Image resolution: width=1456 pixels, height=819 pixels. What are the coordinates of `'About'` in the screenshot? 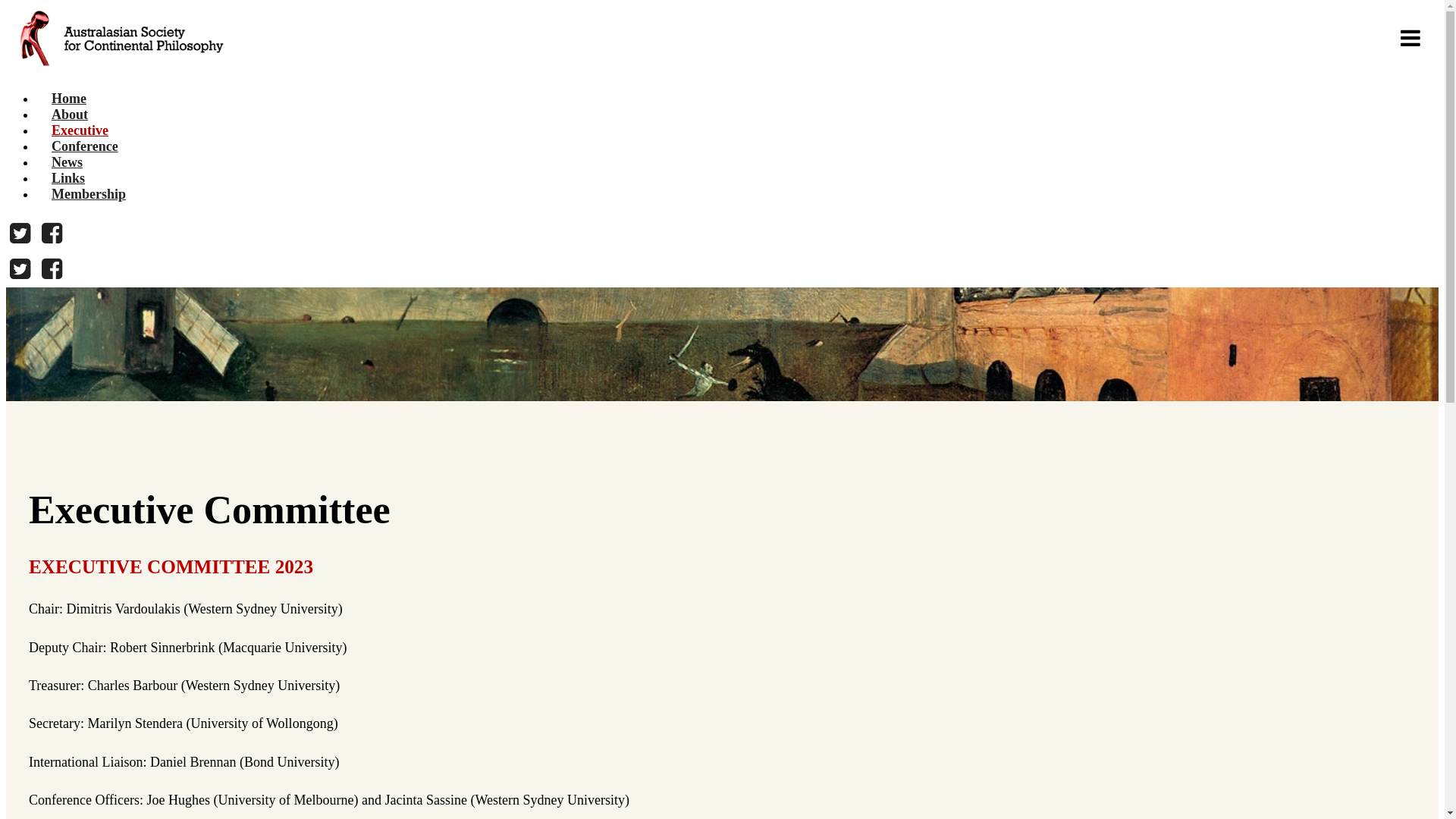 It's located at (36, 113).